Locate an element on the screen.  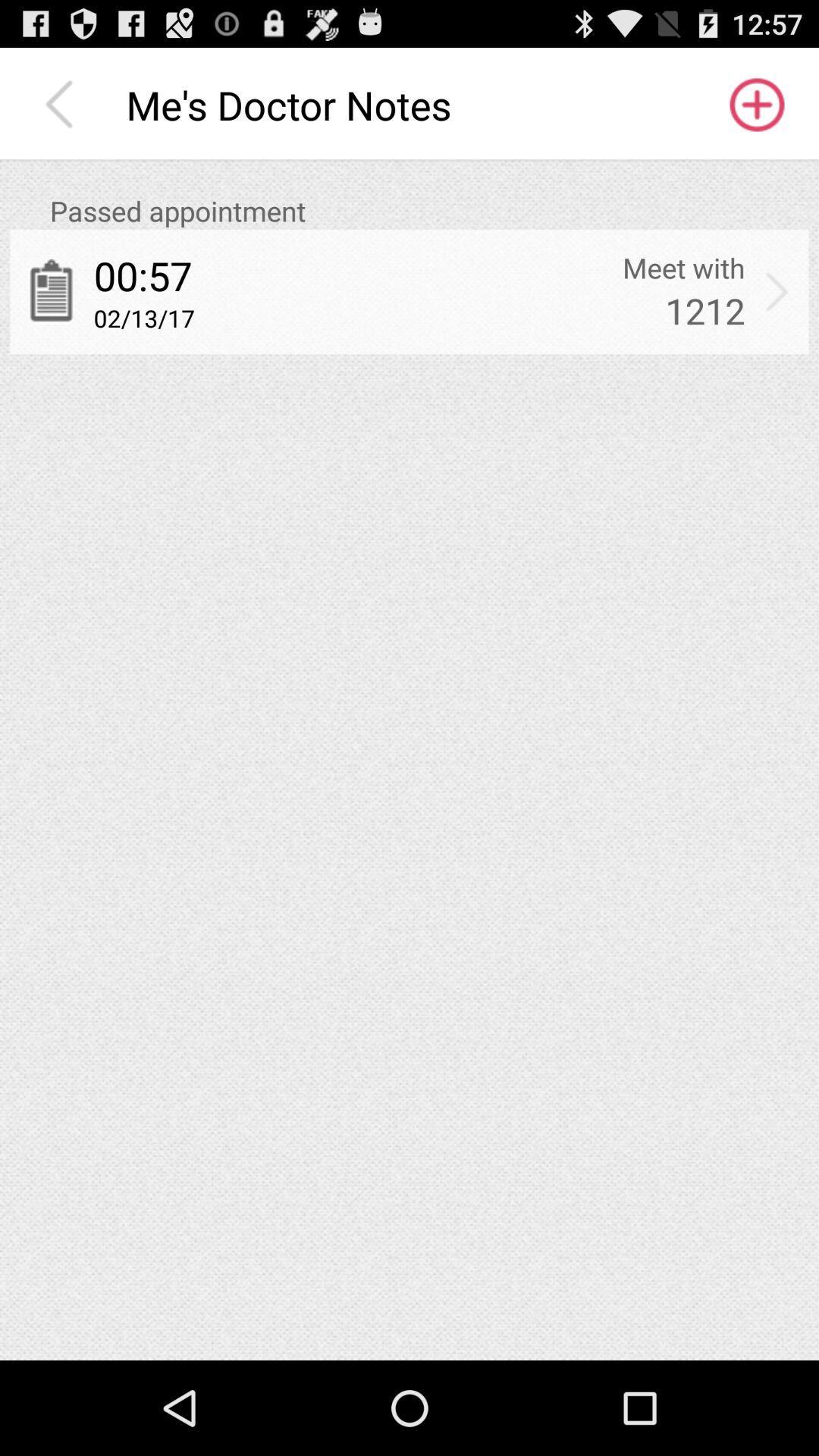
the 02/13/17 item is located at coordinates (144, 317).